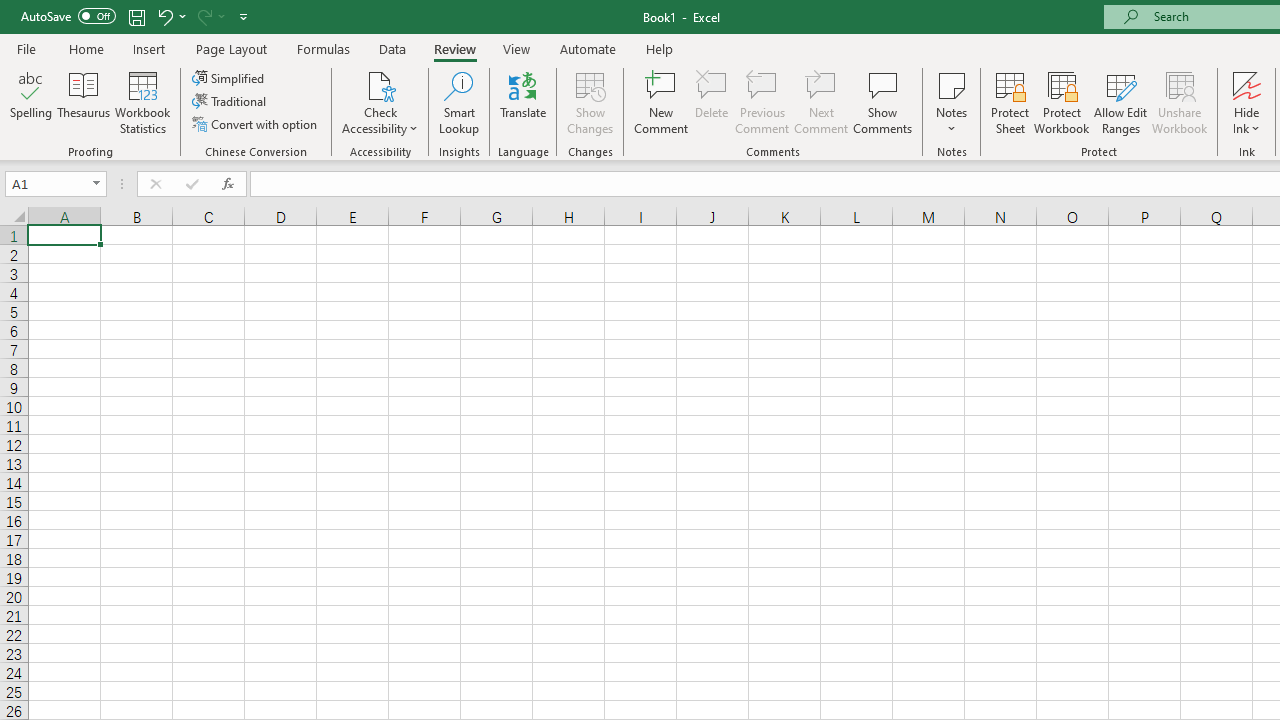  I want to click on 'Translate', so click(523, 103).